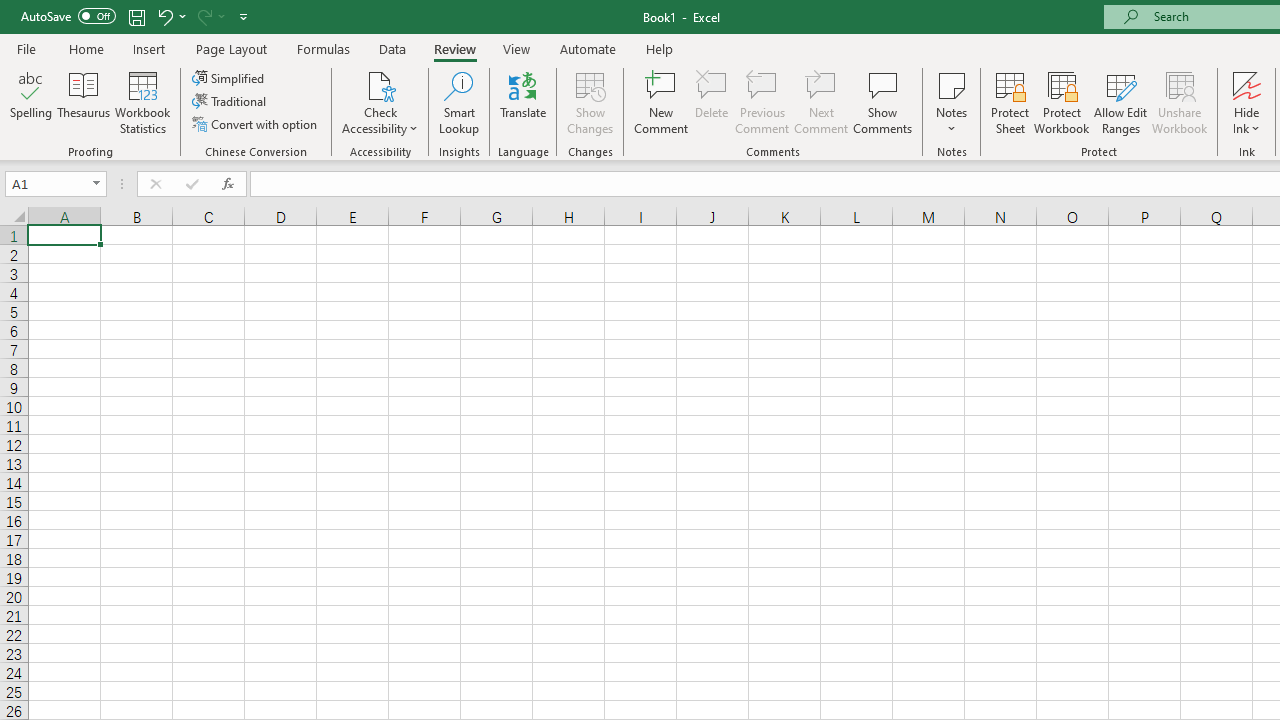  I want to click on 'Translate', so click(523, 103).